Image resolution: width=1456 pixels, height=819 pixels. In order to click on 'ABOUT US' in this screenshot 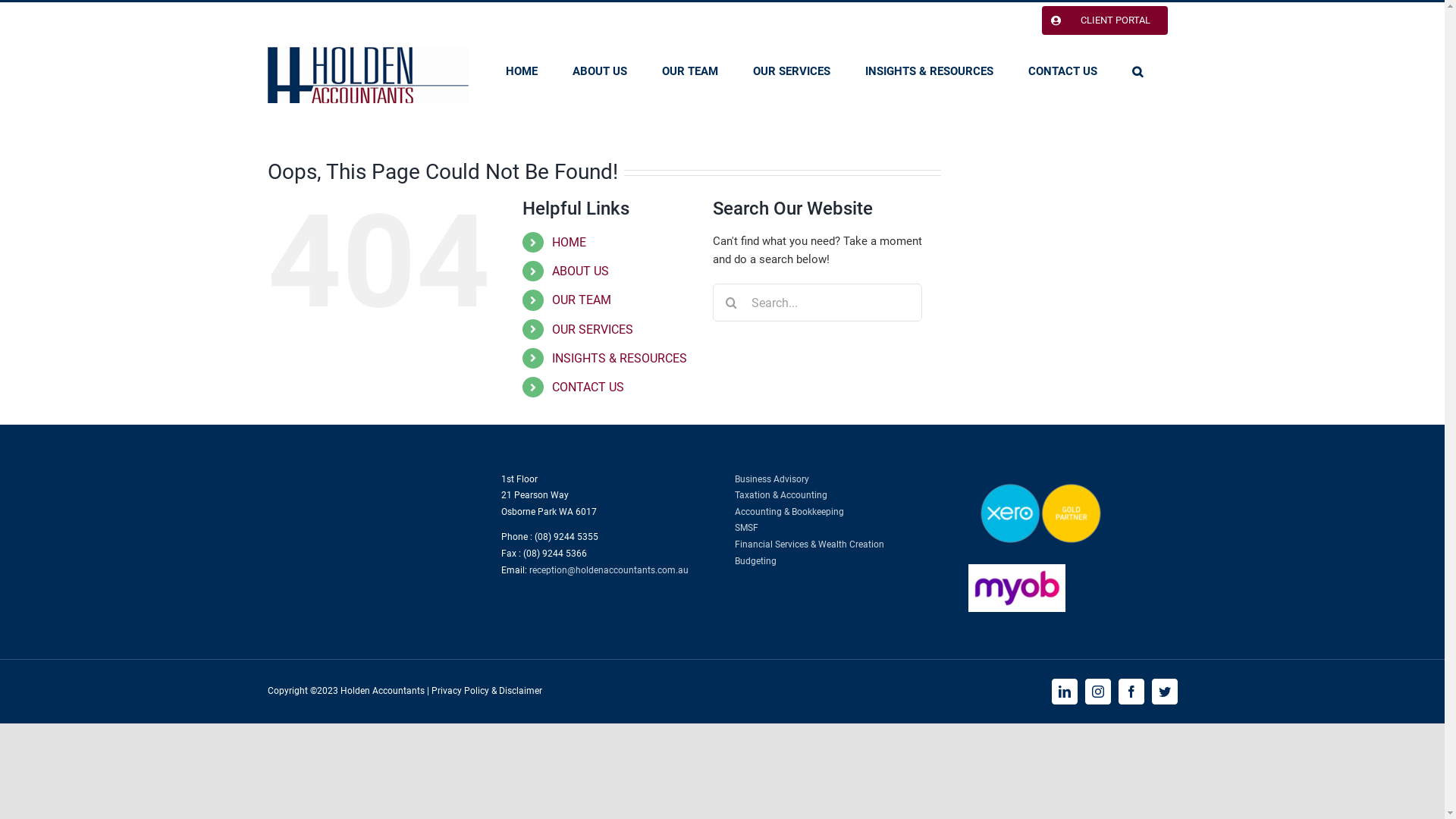, I will do `click(570, 71)`.